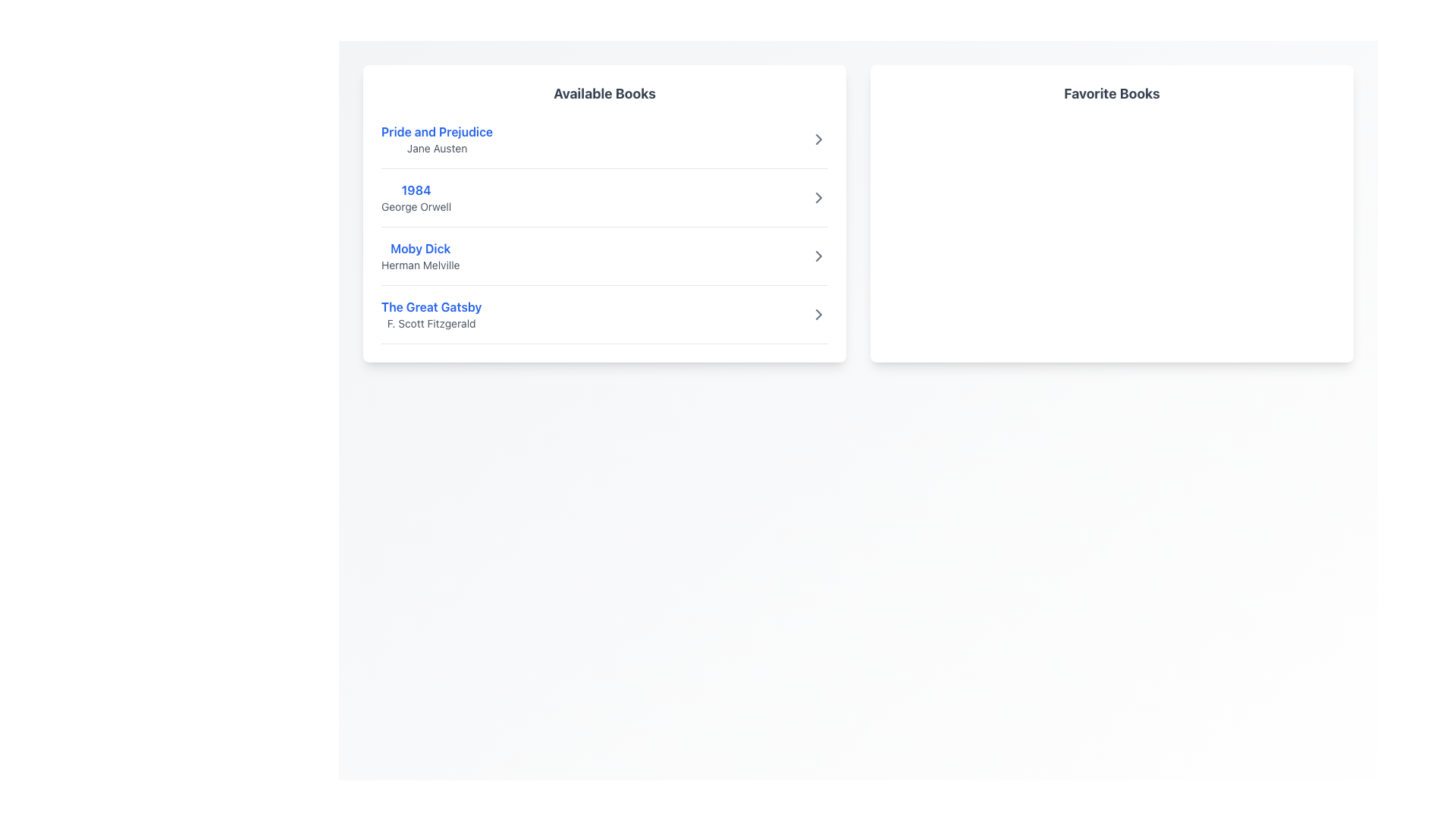 This screenshot has height=819, width=1456. What do you see at coordinates (818, 140) in the screenshot?
I see `the Chevon Navigation Icon located at the rightmost side of the 'Available Books' panel` at bounding box center [818, 140].